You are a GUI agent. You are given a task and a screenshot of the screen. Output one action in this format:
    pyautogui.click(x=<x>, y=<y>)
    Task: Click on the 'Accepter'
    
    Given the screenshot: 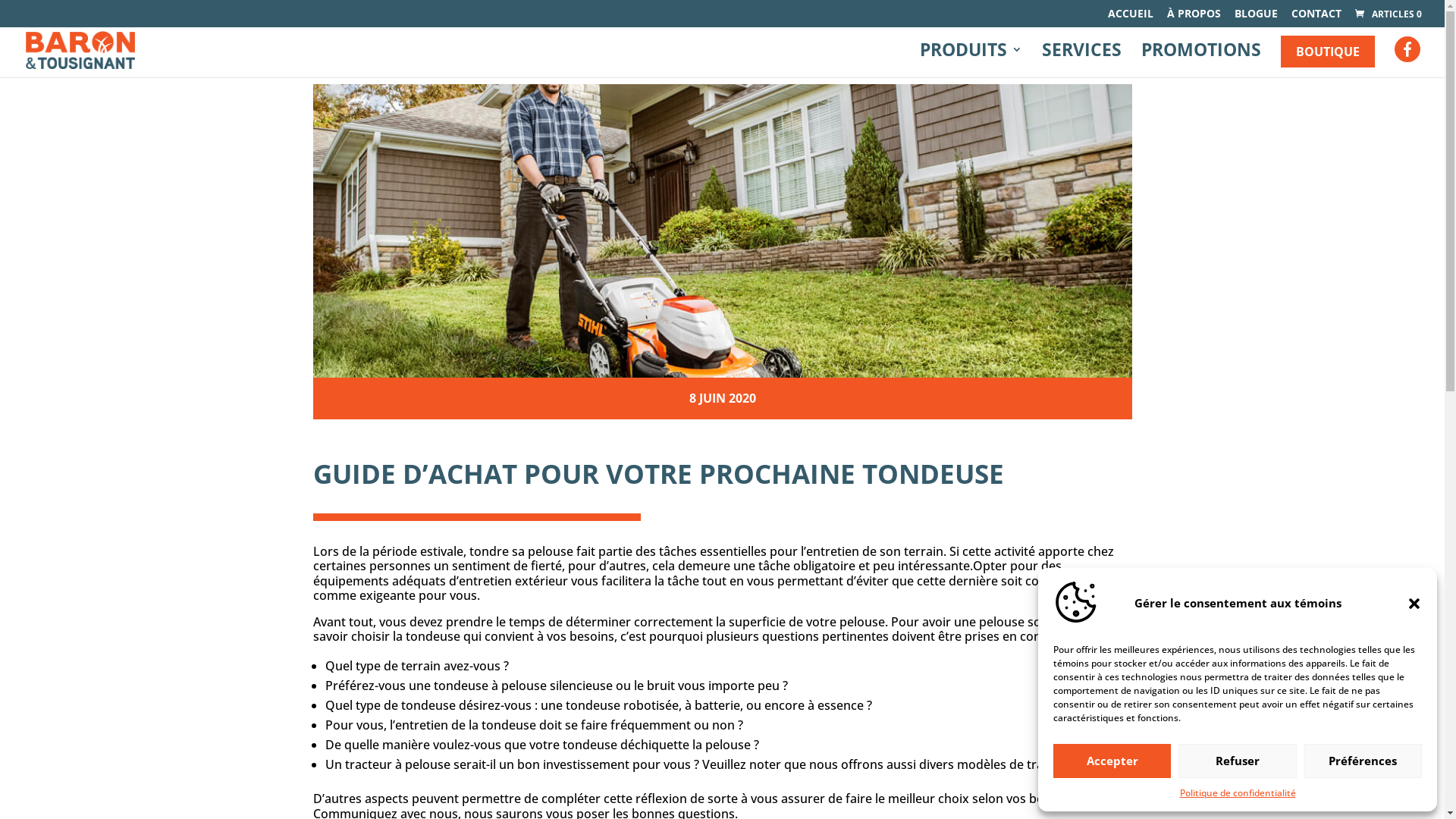 What is the action you would take?
    pyautogui.click(x=1112, y=761)
    